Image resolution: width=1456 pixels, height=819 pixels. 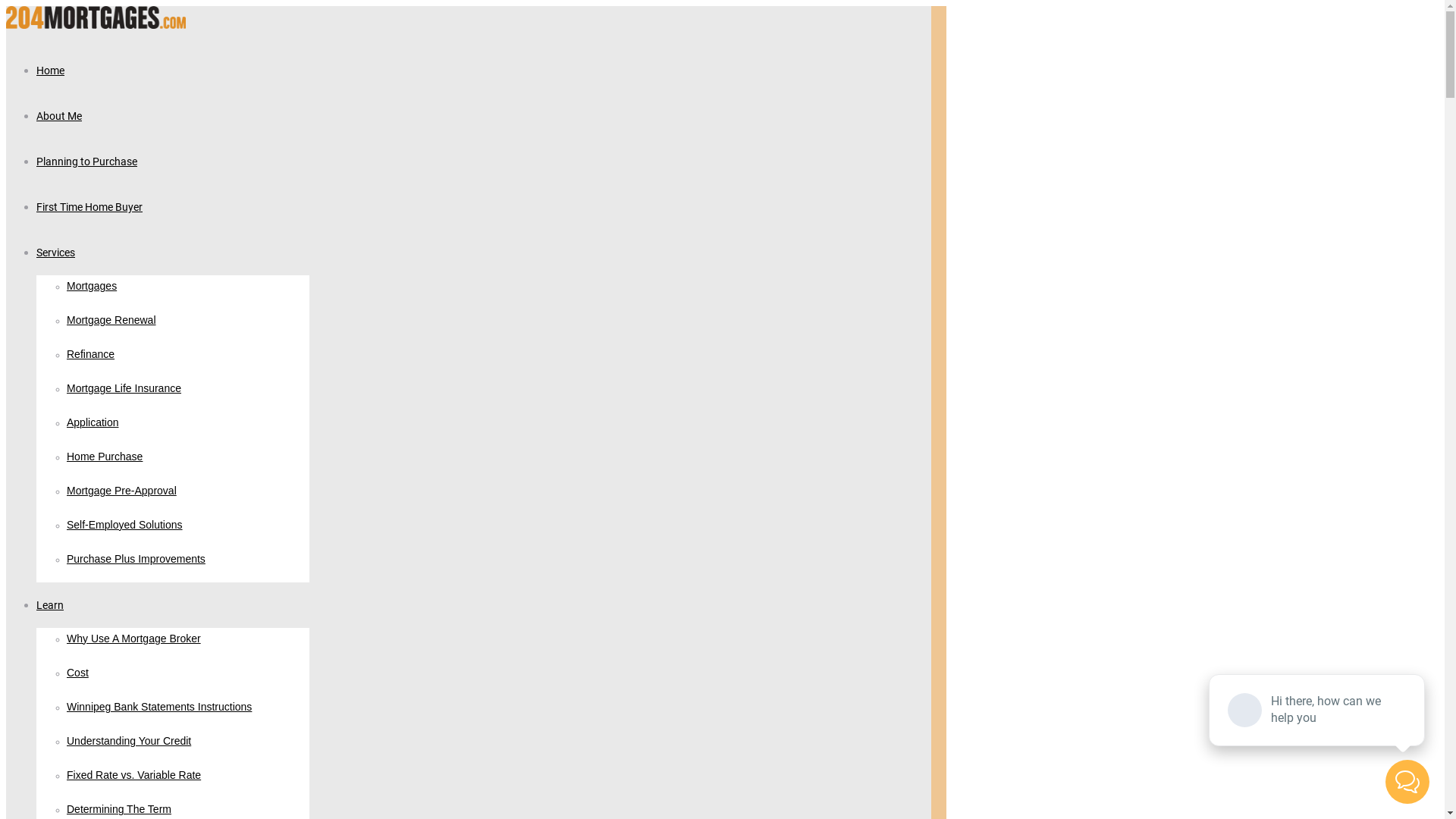 I want to click on 'Why Use A Mortgage Broker', so click(x=65, y=639).